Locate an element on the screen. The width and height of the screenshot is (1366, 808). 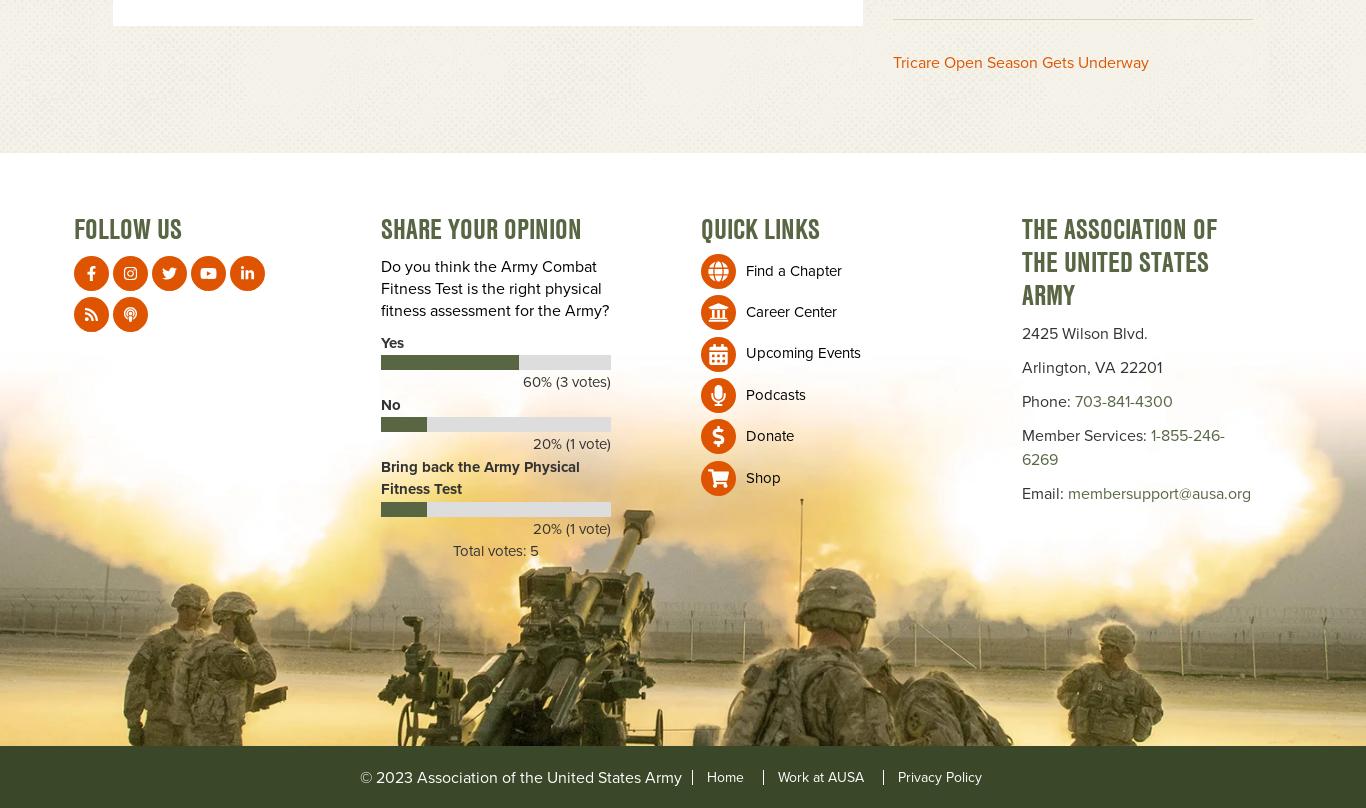
'FOLLOW US' is located at coordinates (126, 228).